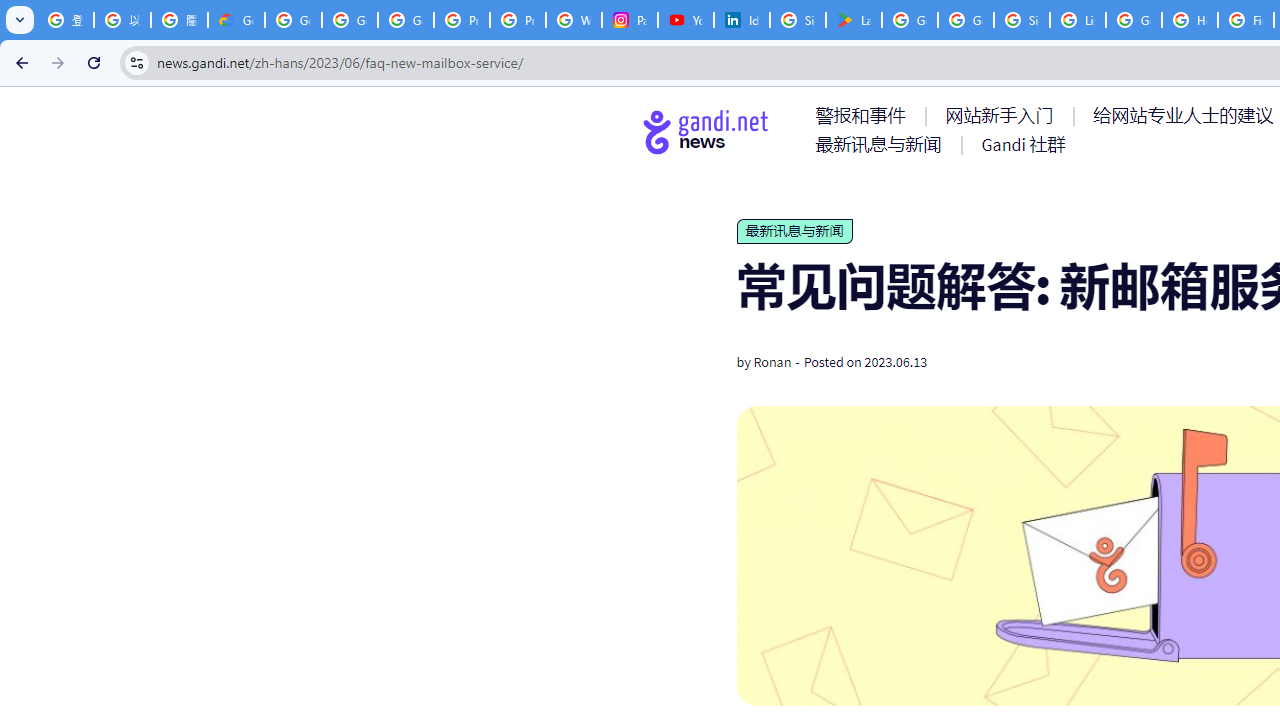  Describe the element at coordinates (771, 362) in the screenshot. I see `'Ronan'` at that location.